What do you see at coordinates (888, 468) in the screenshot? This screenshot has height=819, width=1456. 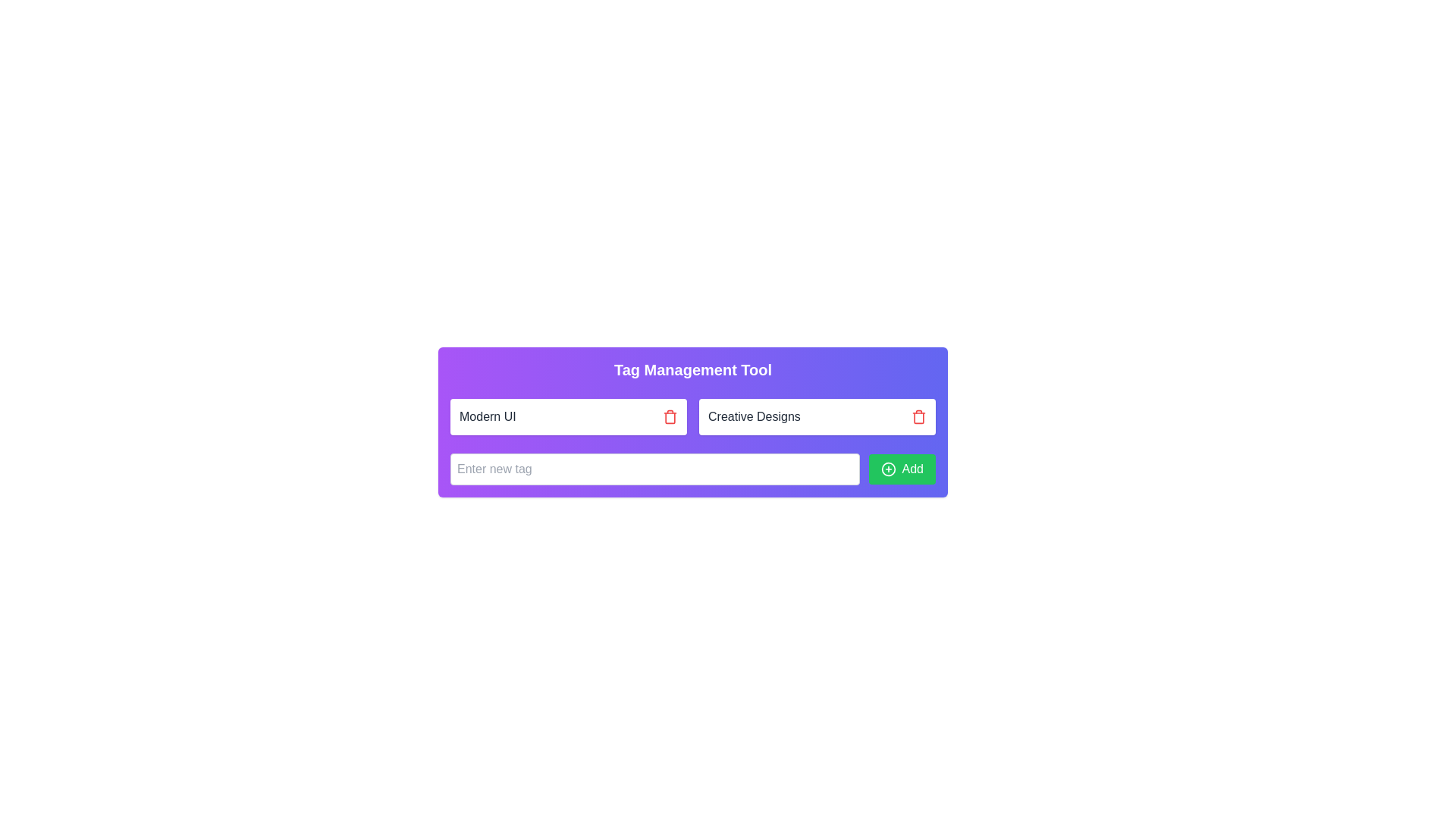 I see `the circular icon with a plus symbol inside, featuring a green background located near the 'Add' label` at bounding box center [888, 468].